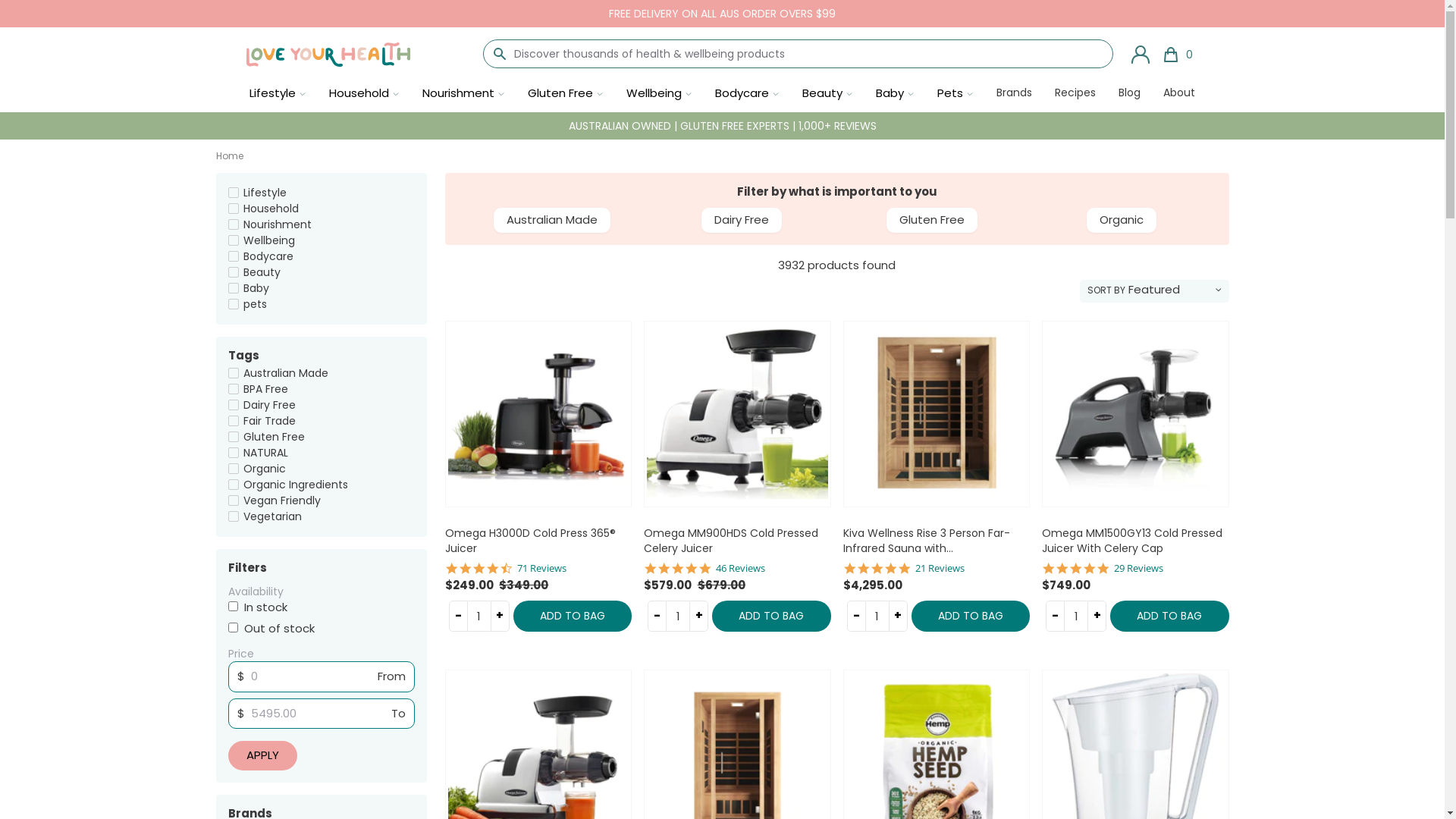 Image resolution: width=1456 pixels, height=819 pixels. Describe the element at coordinates (1121, 220) in the screenshot. I see `'Organic'` at that location.